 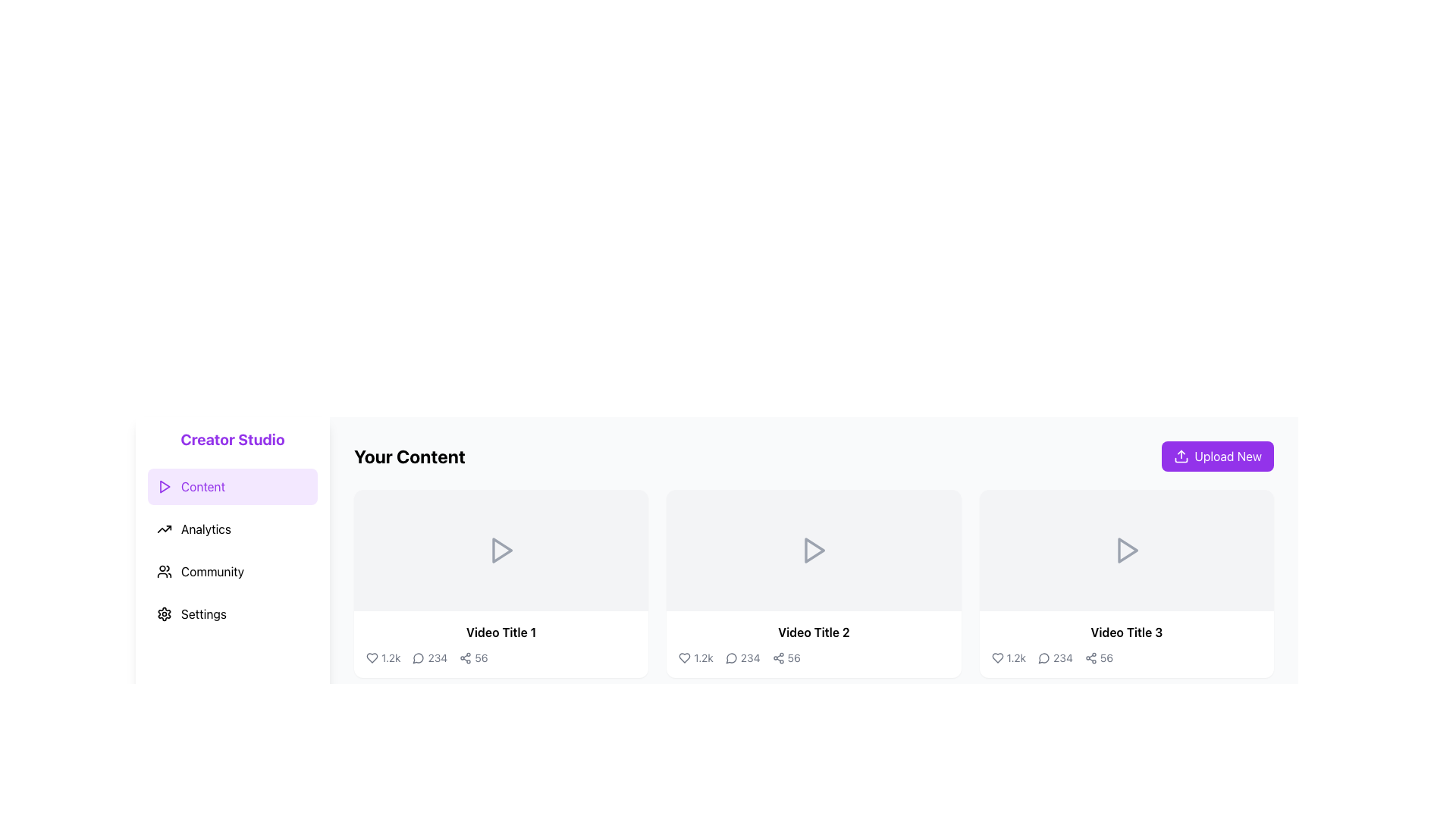 What do you see at coordinates (1016, 657) in the screenshot?
I see `the likes count text element located in the likes section of the item card for 'Video Title 3', which is positioned to the right of the heart-shaped icon` at bounding box center [1016, 657].